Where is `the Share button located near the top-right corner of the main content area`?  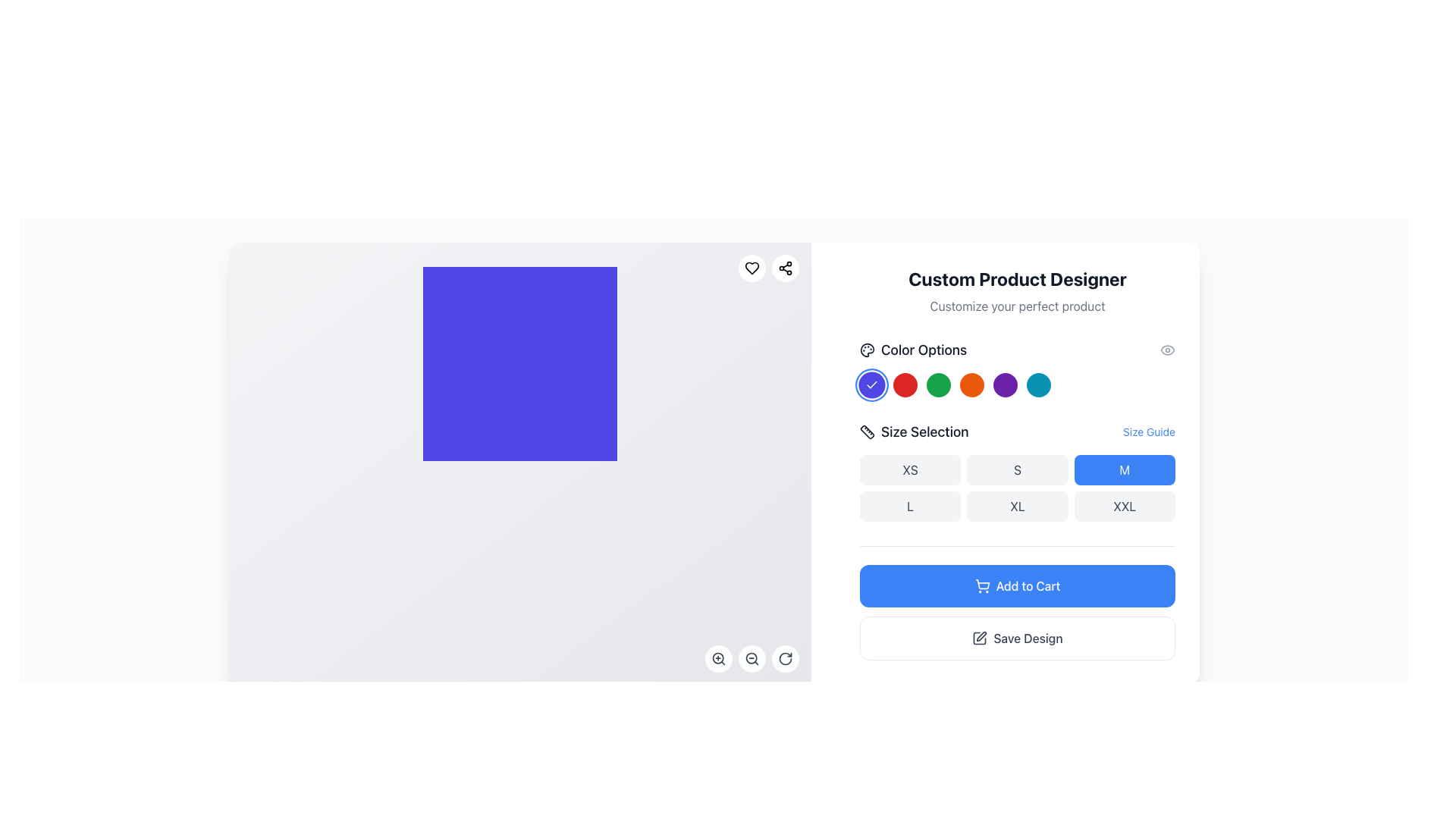 the Share button located near the top-right corner of the main content area is located at coordinates (786, 268).